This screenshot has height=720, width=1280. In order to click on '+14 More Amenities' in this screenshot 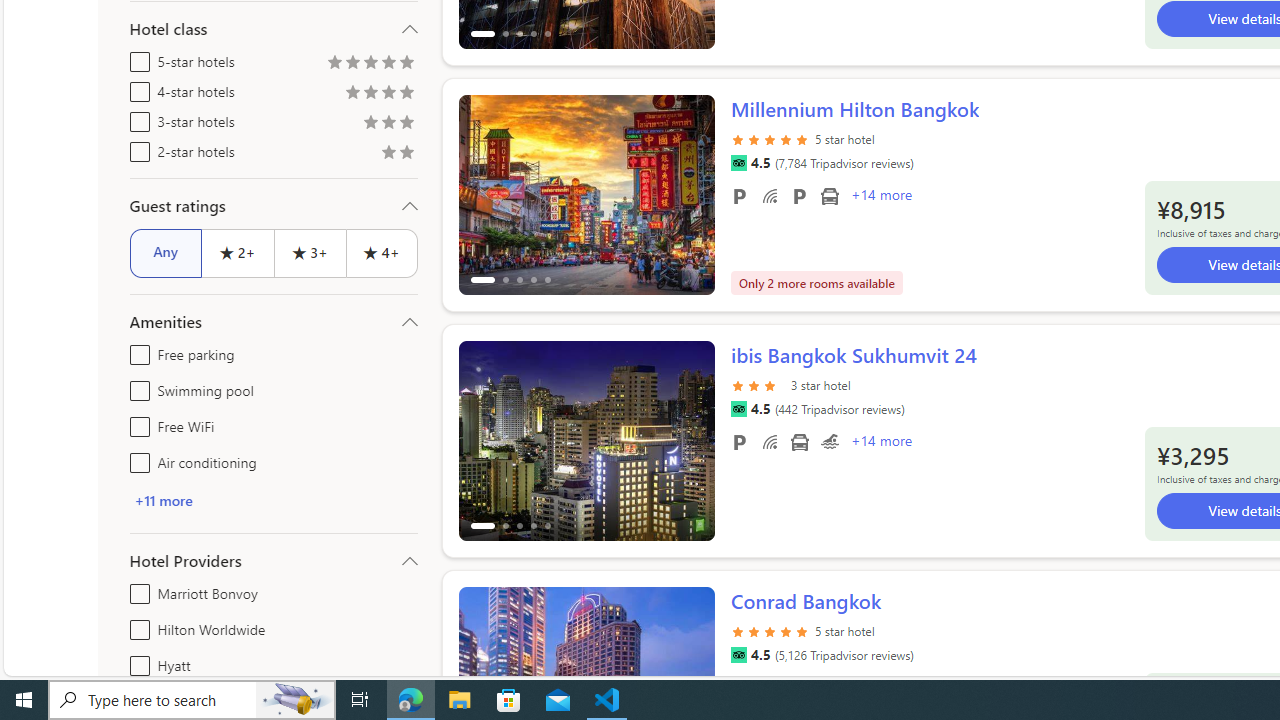, I will do `click(880, 442)`.